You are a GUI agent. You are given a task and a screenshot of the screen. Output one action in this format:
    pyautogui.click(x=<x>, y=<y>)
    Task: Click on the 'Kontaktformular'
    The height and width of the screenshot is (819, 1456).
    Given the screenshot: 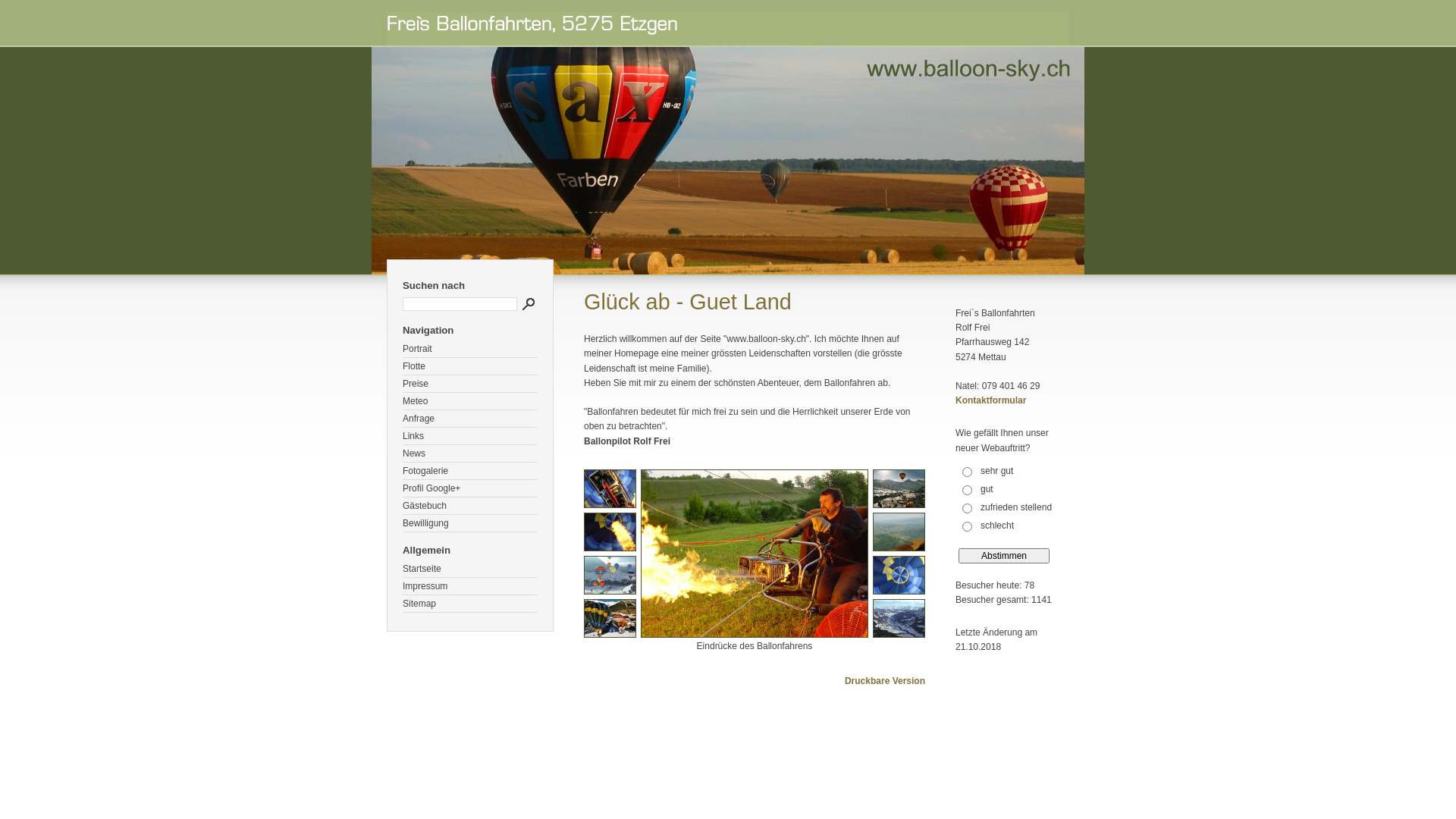 What is the action you would take?
    pyautogui.click(x=990, y=400)
    